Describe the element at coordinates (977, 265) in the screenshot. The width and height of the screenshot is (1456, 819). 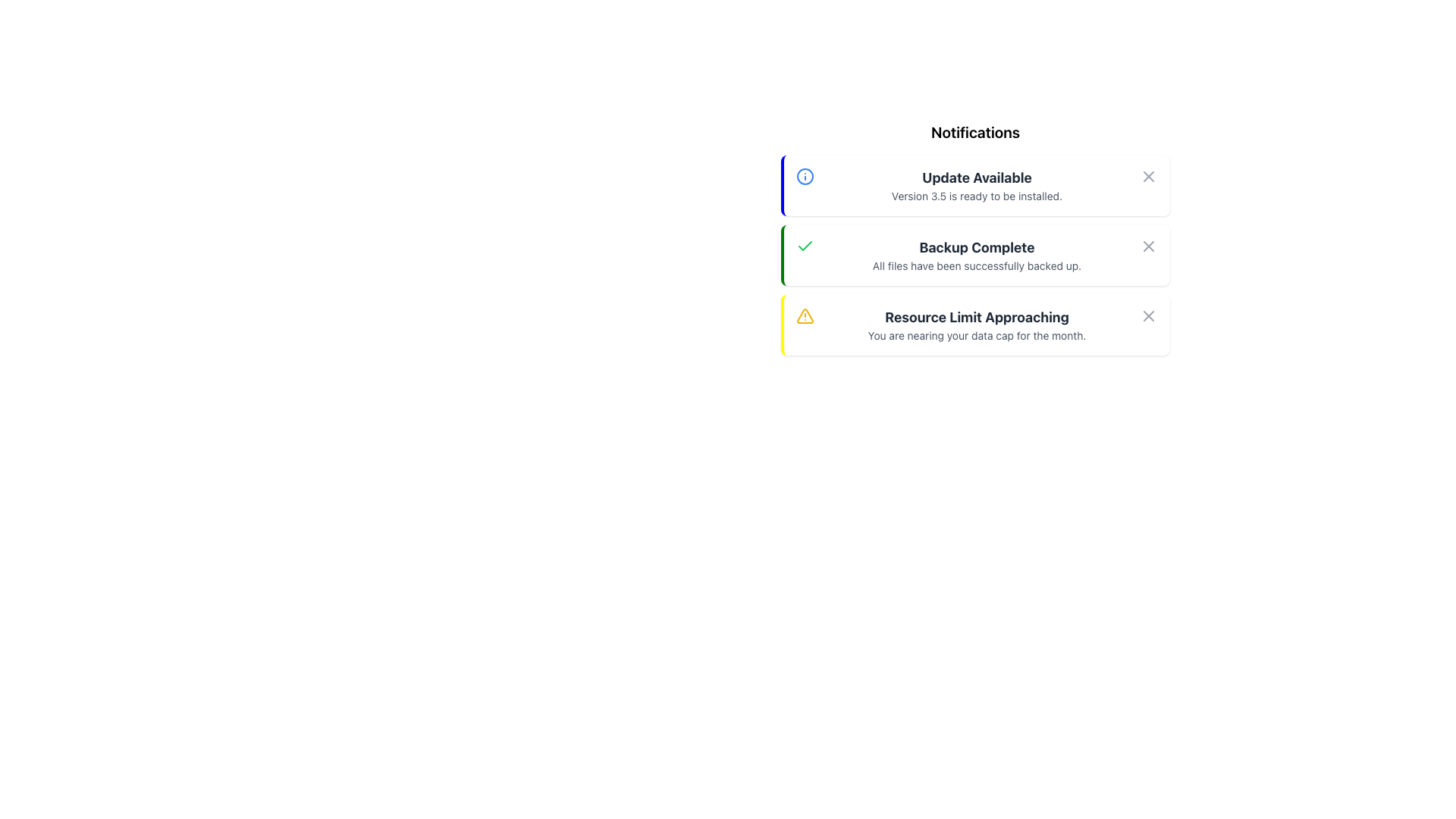
I see `the status message element that provides additional context for the 'Backup Complete' notification, located just below the title text in the notification card` at that location.